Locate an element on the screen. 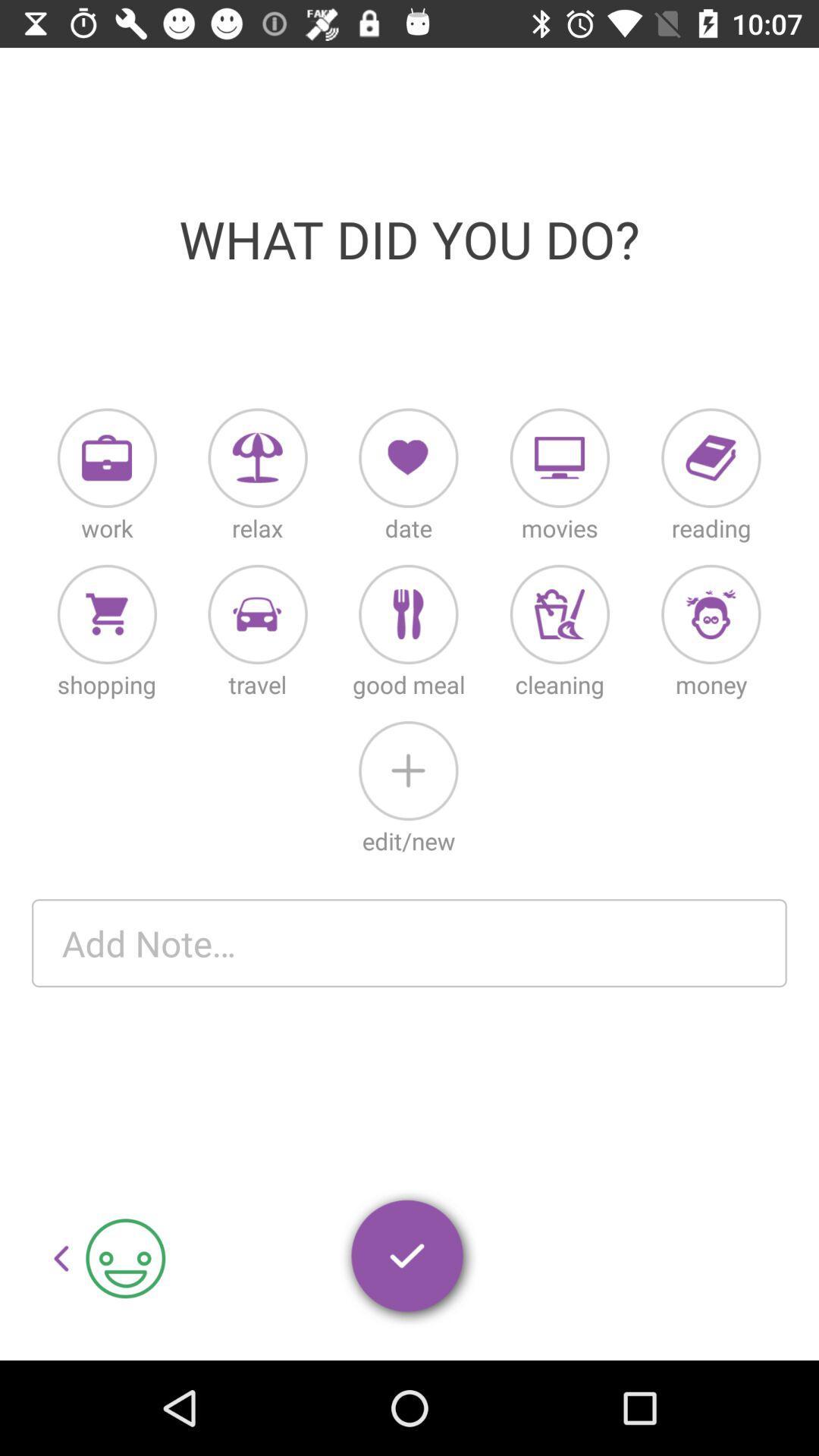 Image resolution: width=819 pixels, height=1456 pixels. money is located at coordinates (711, 614).